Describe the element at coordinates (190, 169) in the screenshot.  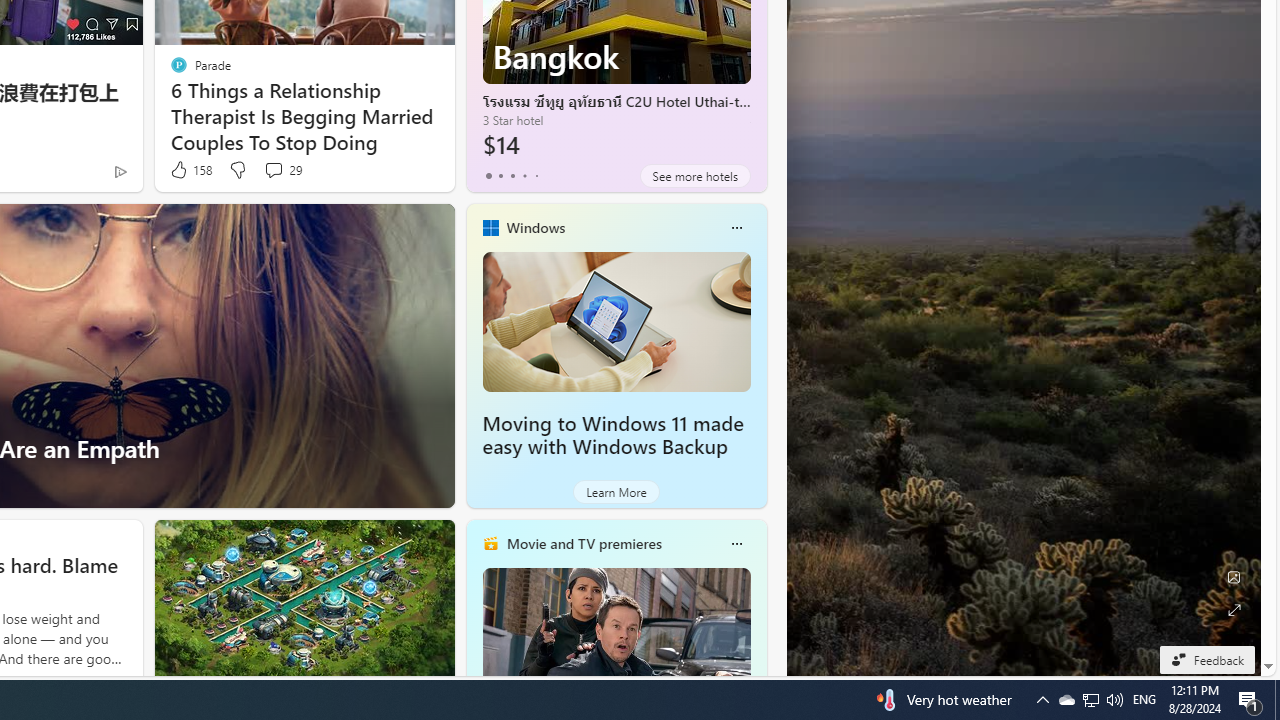
I see `'158 Like'` at that location.